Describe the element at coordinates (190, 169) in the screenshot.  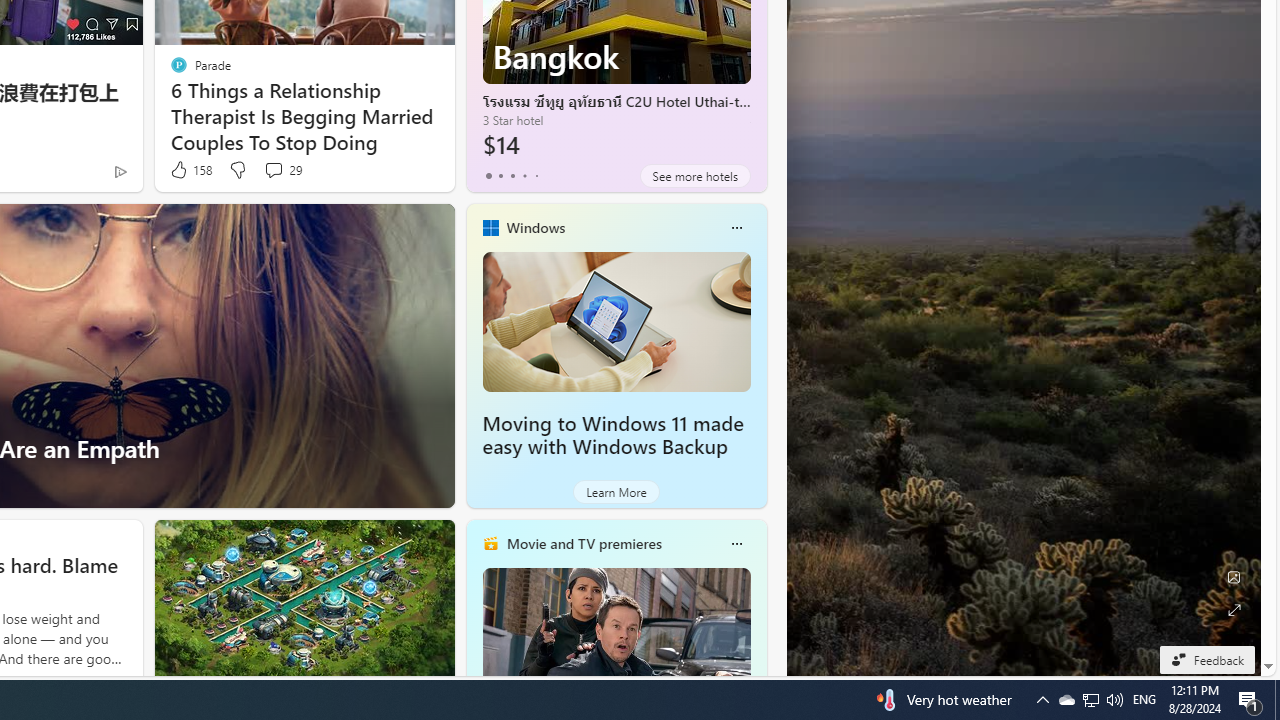
I see `'158 Like'` at that location.